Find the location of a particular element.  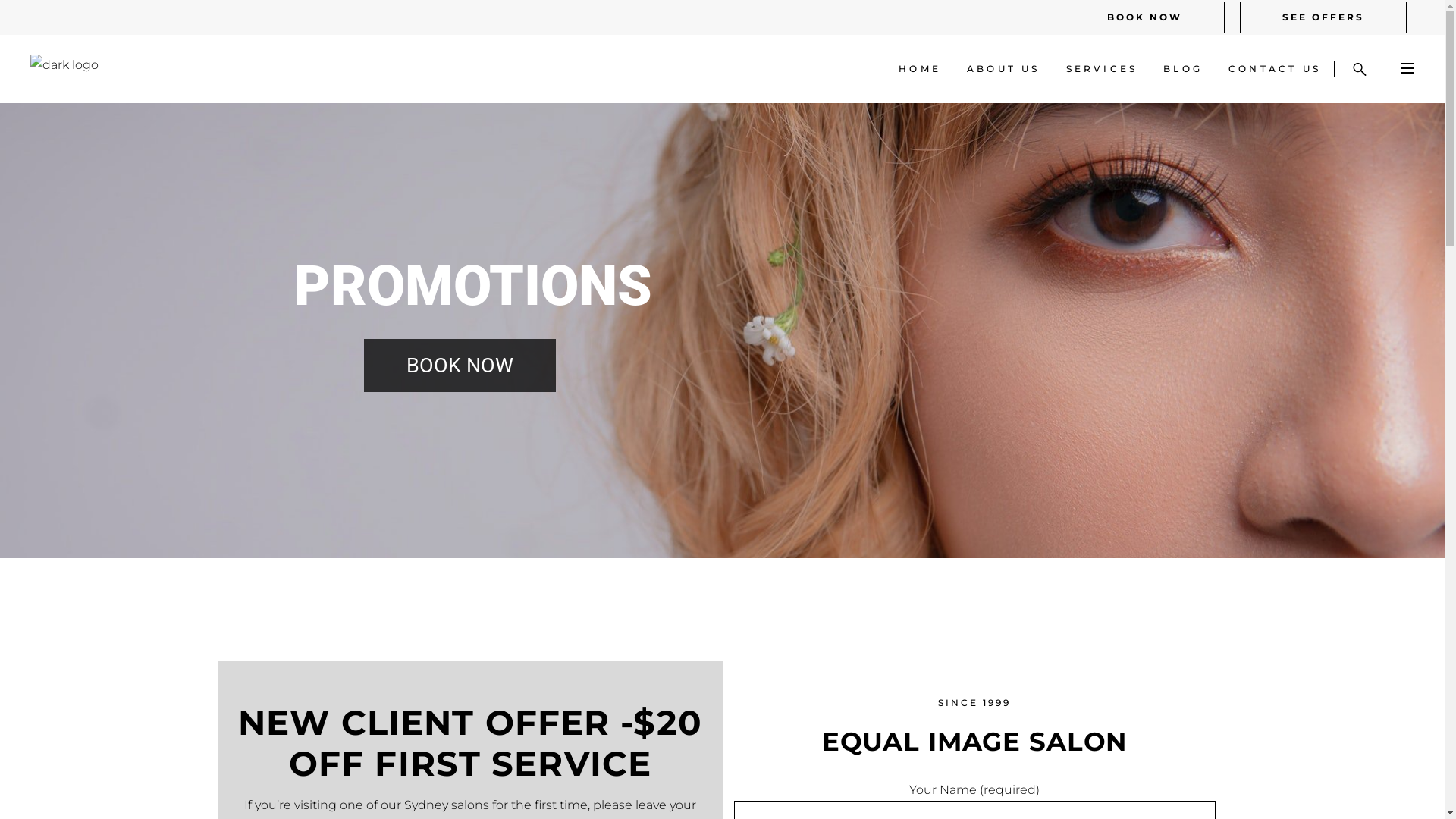

'BLOG' is located at coordinates (1182, 69).